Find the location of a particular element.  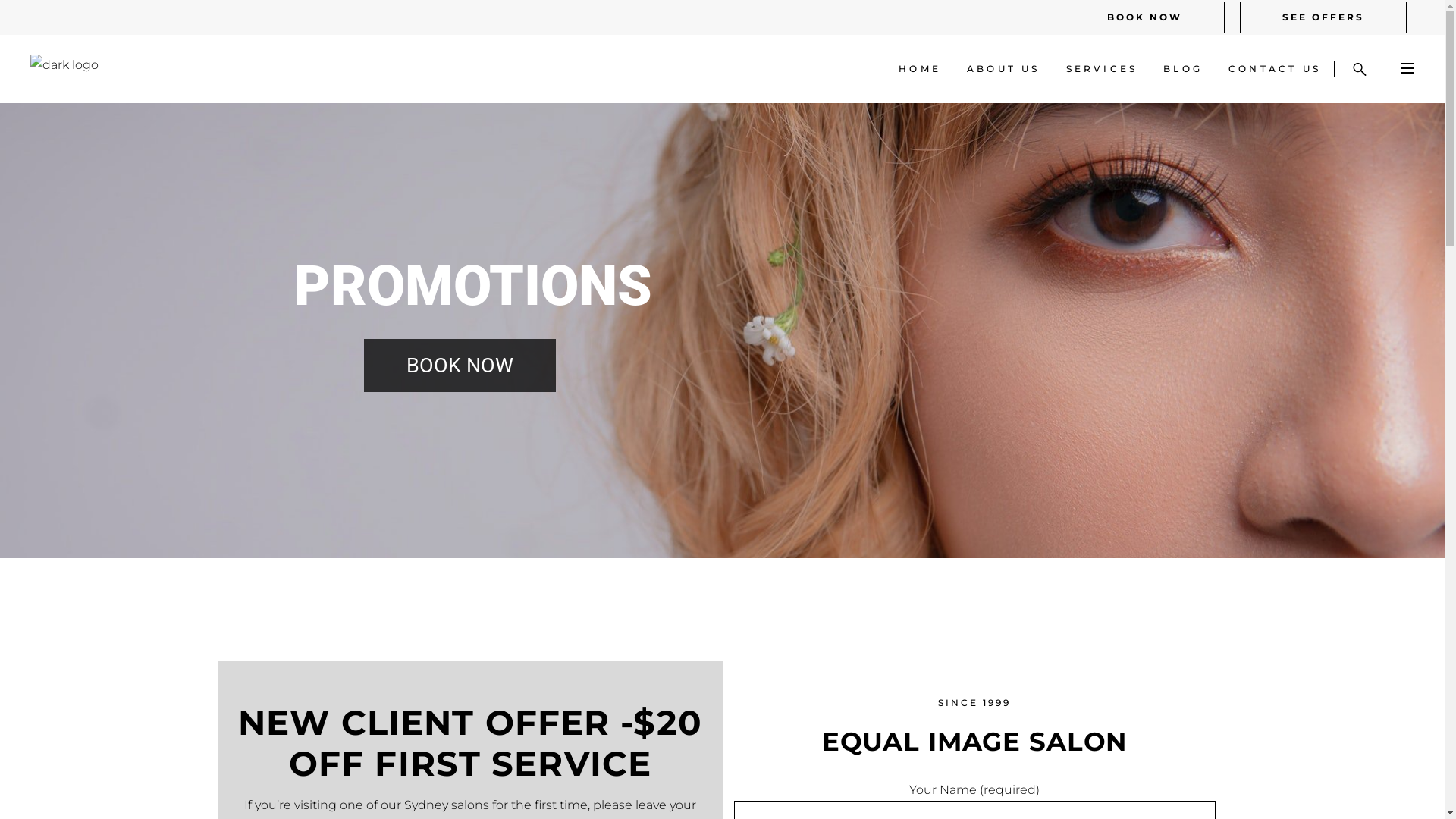

'BLOG' is located at coordinates (1182, 69).